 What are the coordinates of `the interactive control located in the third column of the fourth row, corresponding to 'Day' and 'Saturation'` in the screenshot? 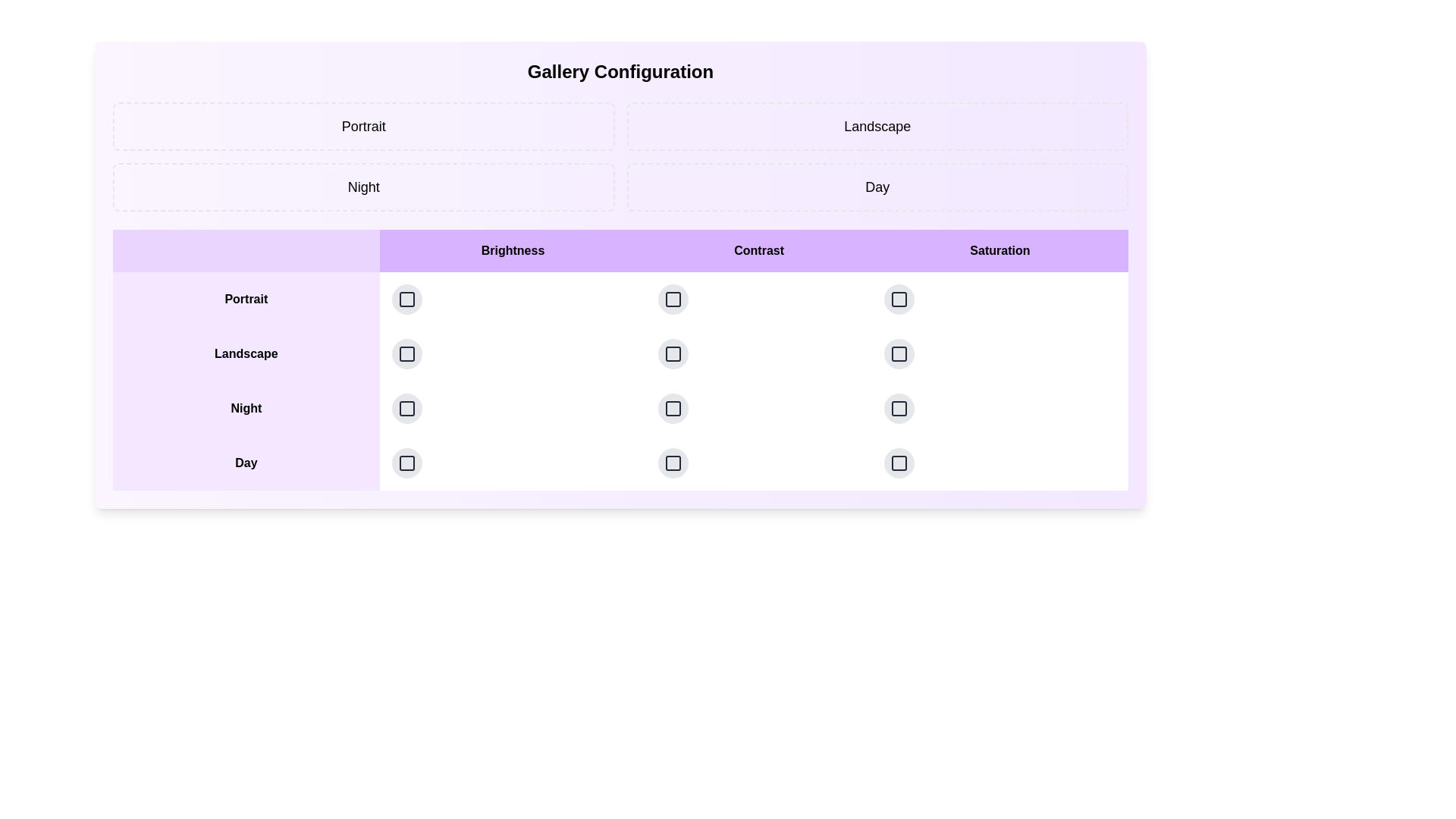 It's located at (899, 353).